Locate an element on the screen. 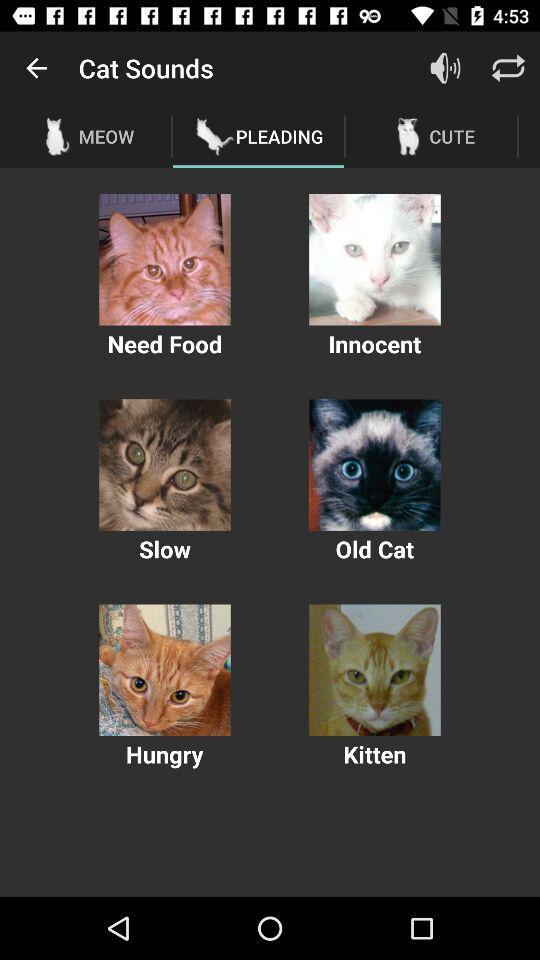 The image size is (540, 960). image button is located at coordinates (374, 465).